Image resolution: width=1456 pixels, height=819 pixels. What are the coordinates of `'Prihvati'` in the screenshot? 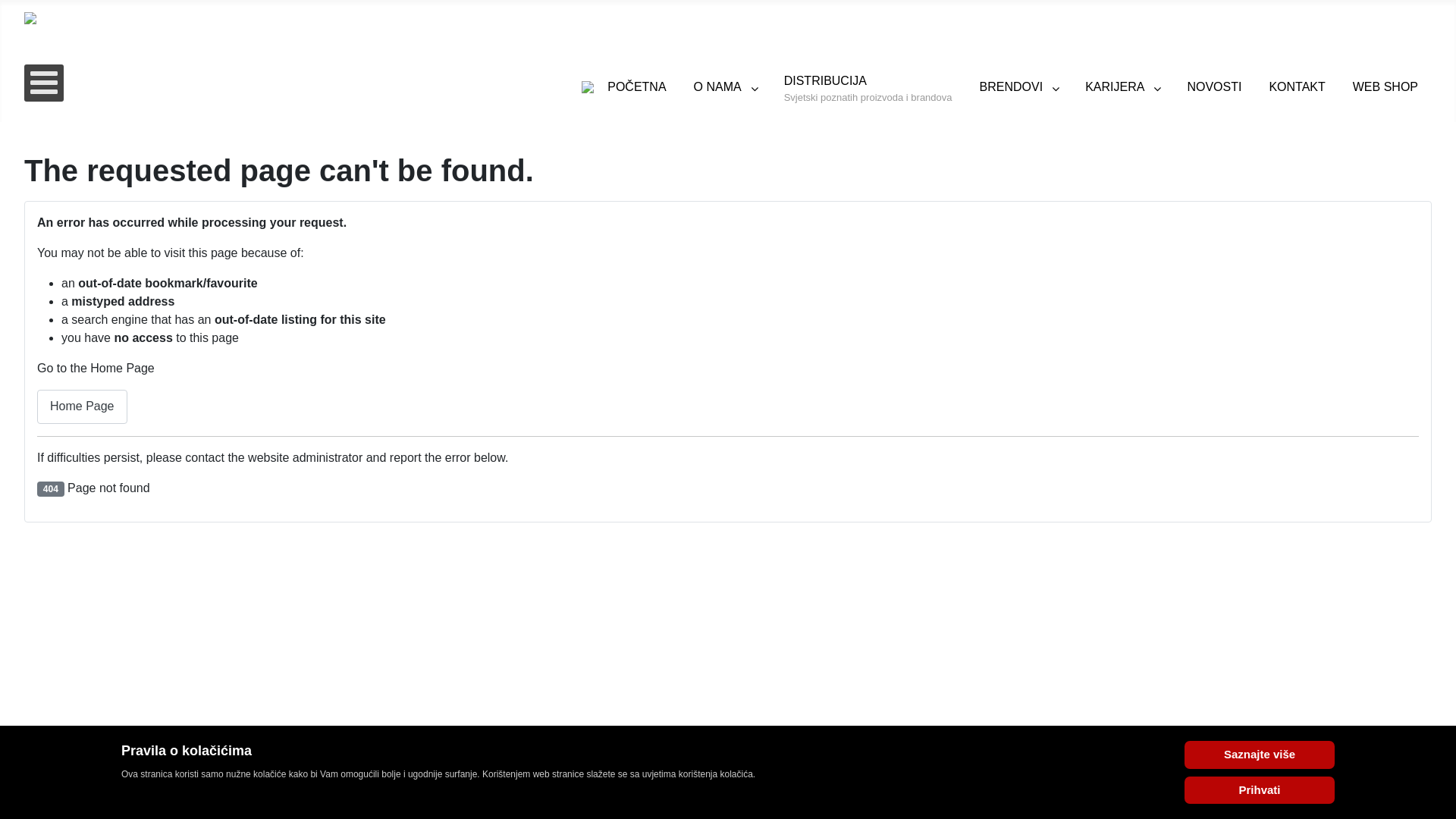 It's located at (1259, 789).